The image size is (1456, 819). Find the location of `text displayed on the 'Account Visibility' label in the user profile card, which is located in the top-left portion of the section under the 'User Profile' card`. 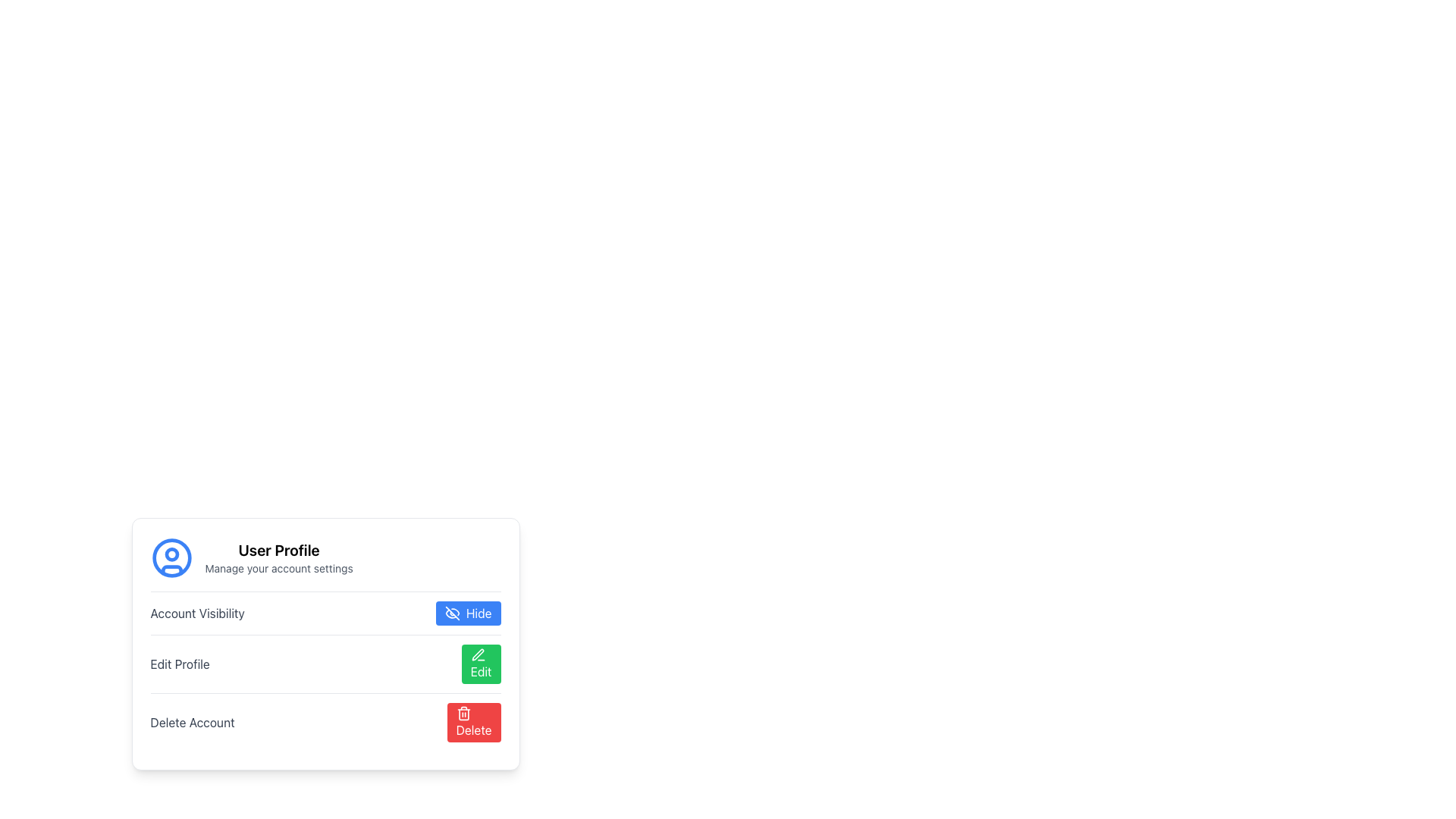

text displayed on the 'Account Visibility' label in the user profile card, which is located in the top-left portion of the section under the 'User Profile' card is located at coordinates (196, 613).